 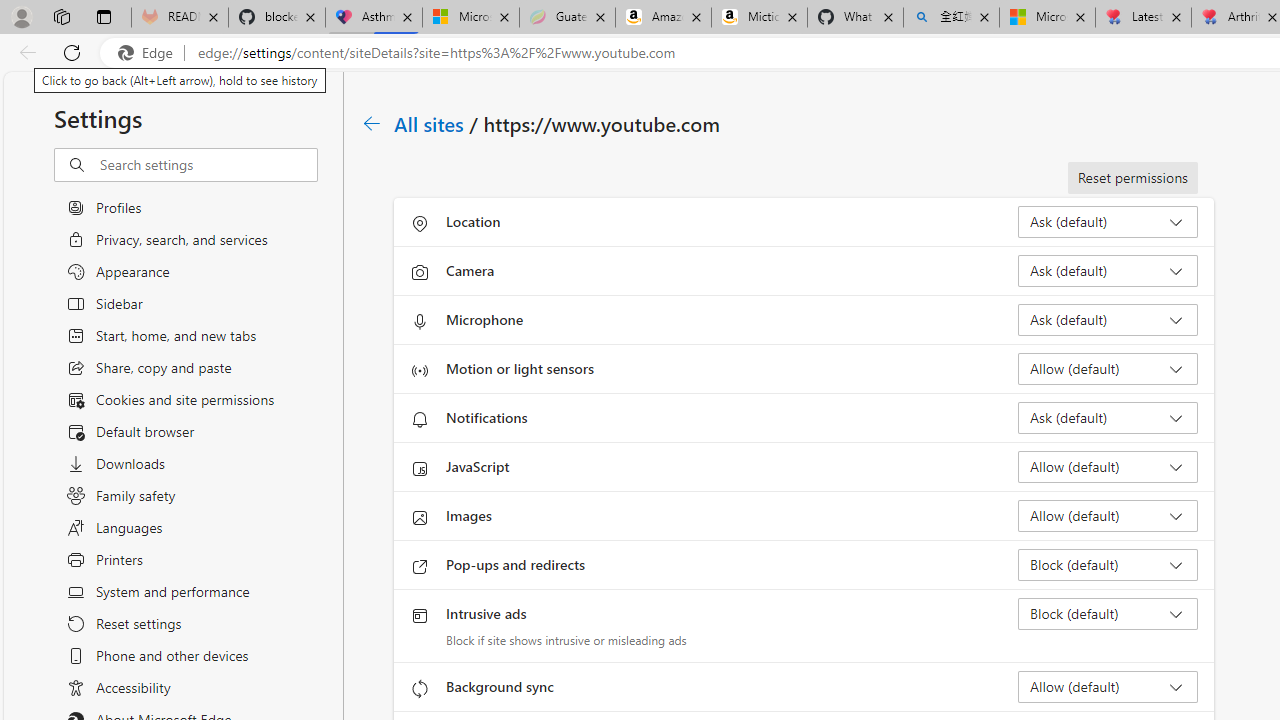 What do you see at coordinates (1106, 466) in the screenshot?
I see `'JavaScript Allow (default)'` at bounding box center [1106, 466].